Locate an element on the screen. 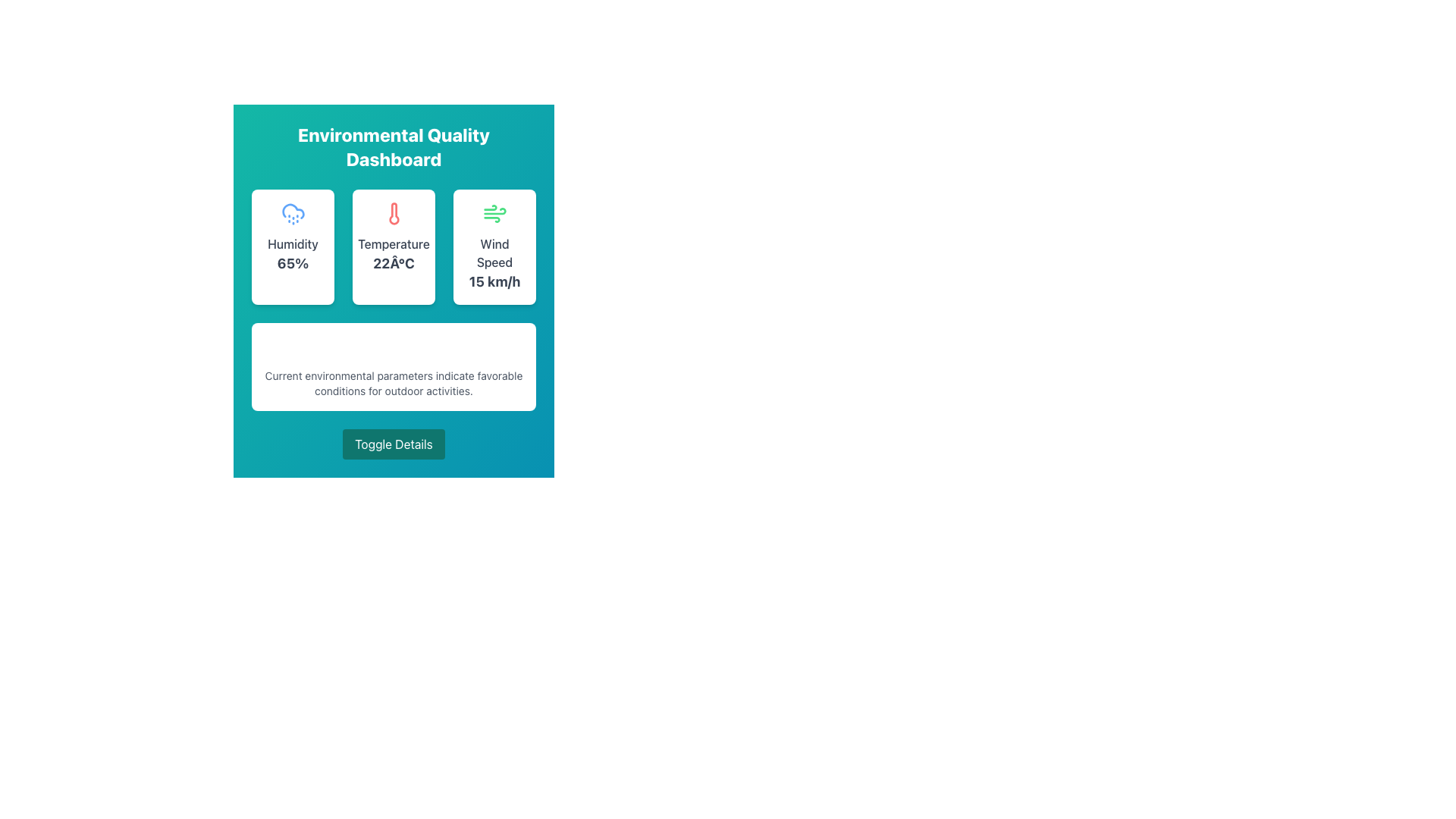  the 'Humidity' text label, which is part of the leftmost card in the dashboard, positioned below a cloud-and-drizzle icon and above the bold '65%' text is located at coordinates (293, 243).